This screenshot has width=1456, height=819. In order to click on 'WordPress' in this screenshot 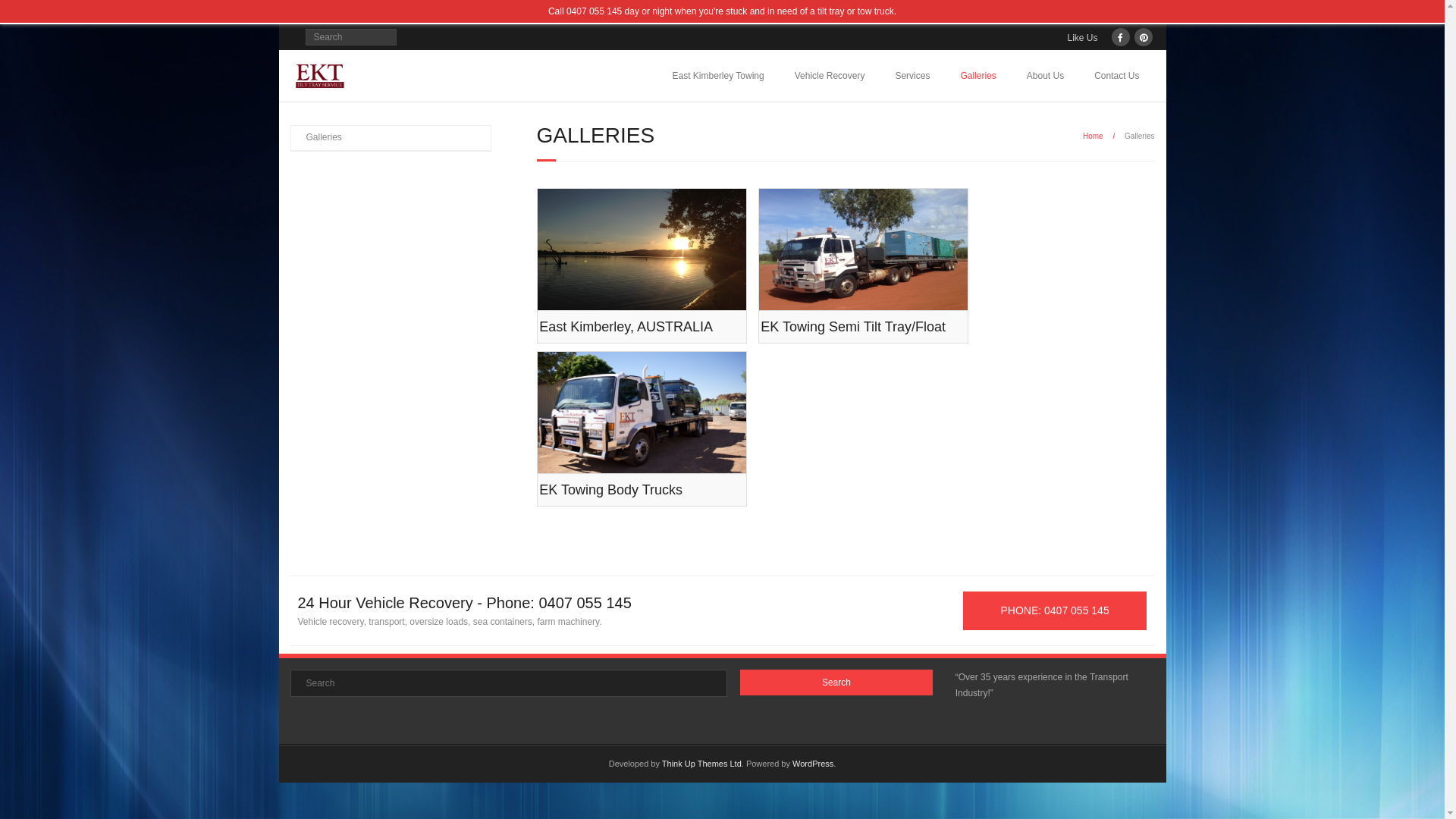, I will do `click(811, 763)`.